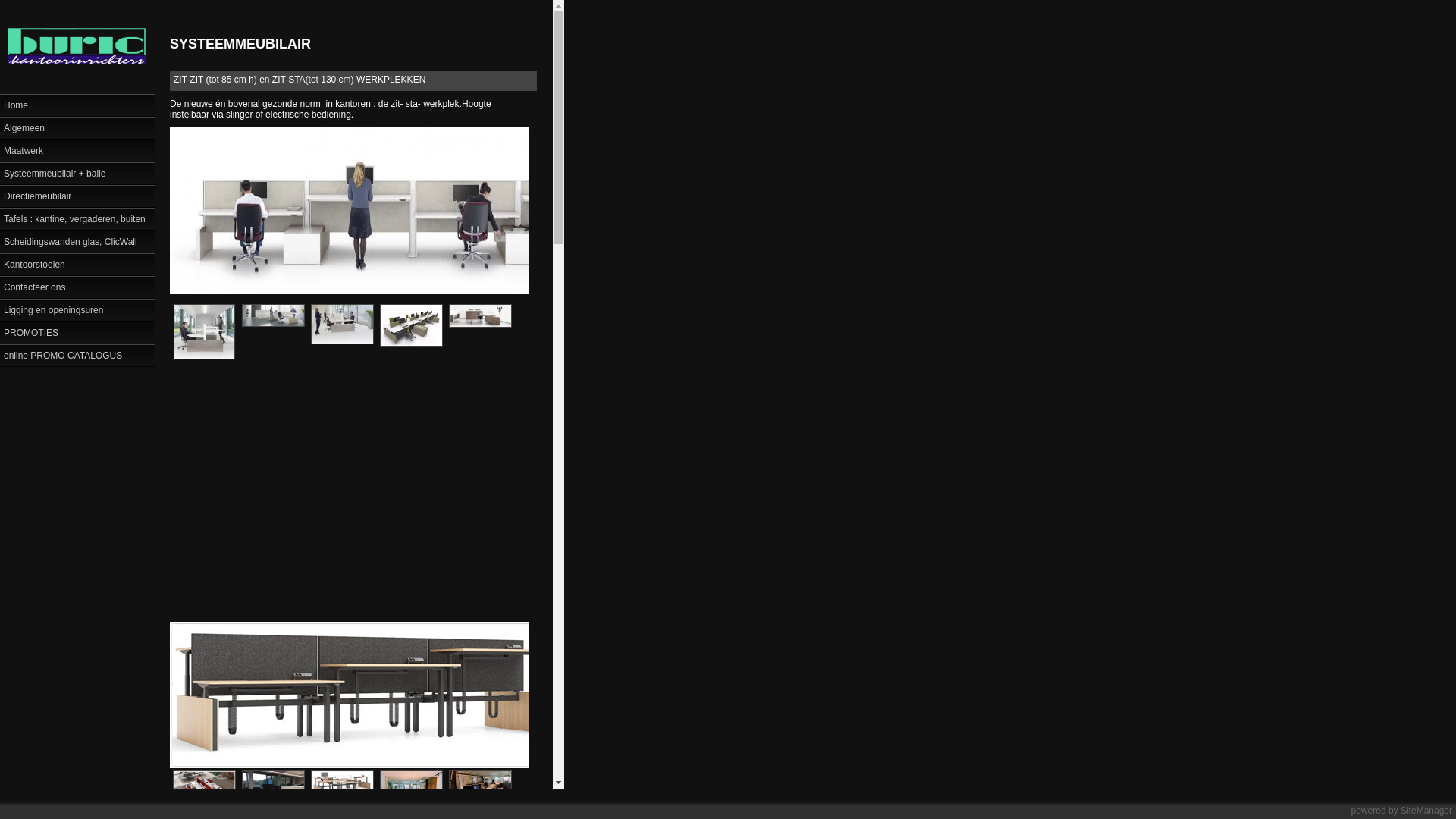  I want to click on 'Kantoorstoelen', so click(76, 262).